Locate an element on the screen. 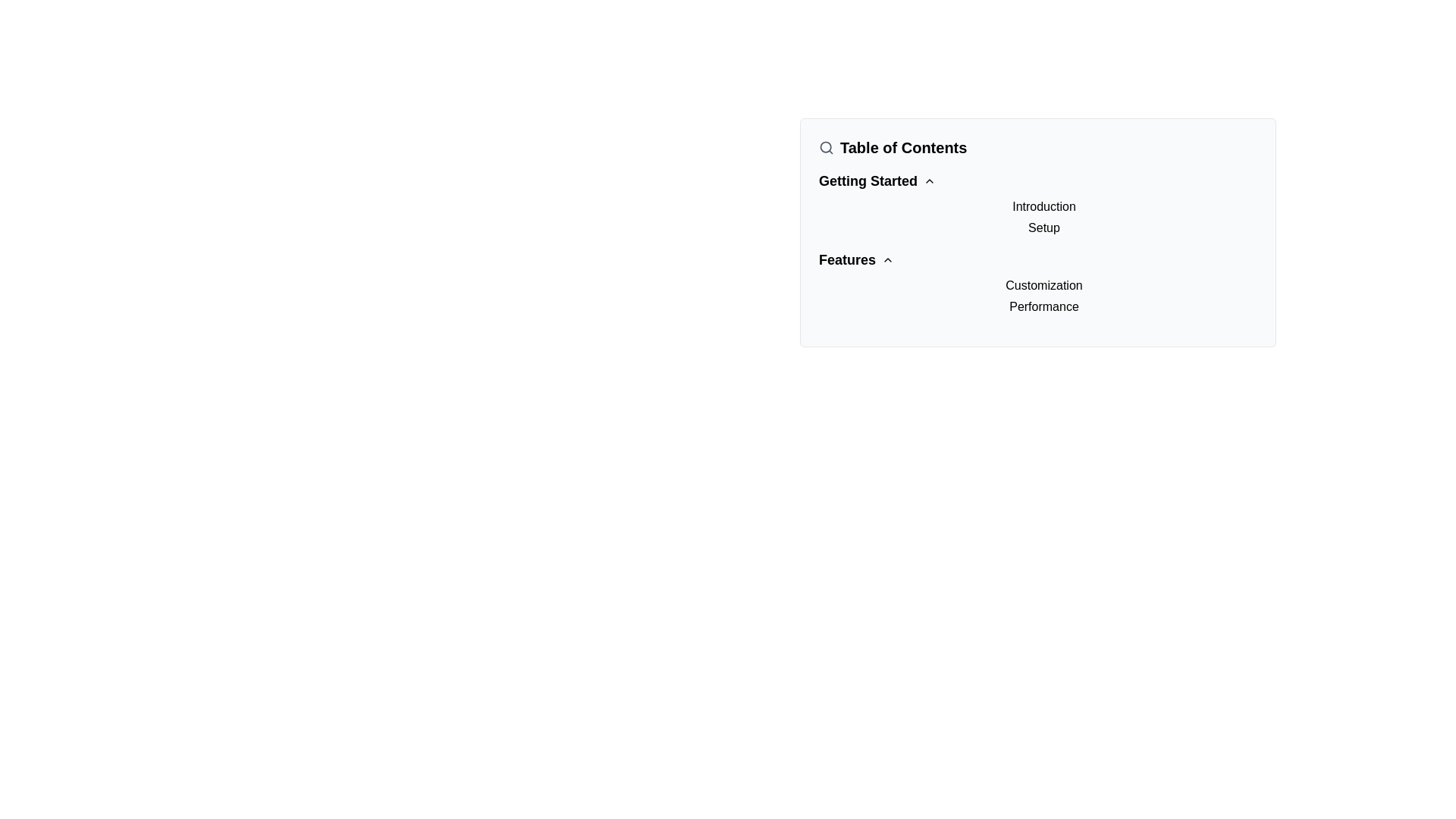  the 'Customization' title in the Sub-list content section located under the 'Features' header in the 'Table of Contents' is located at coordinates (1037, 283).